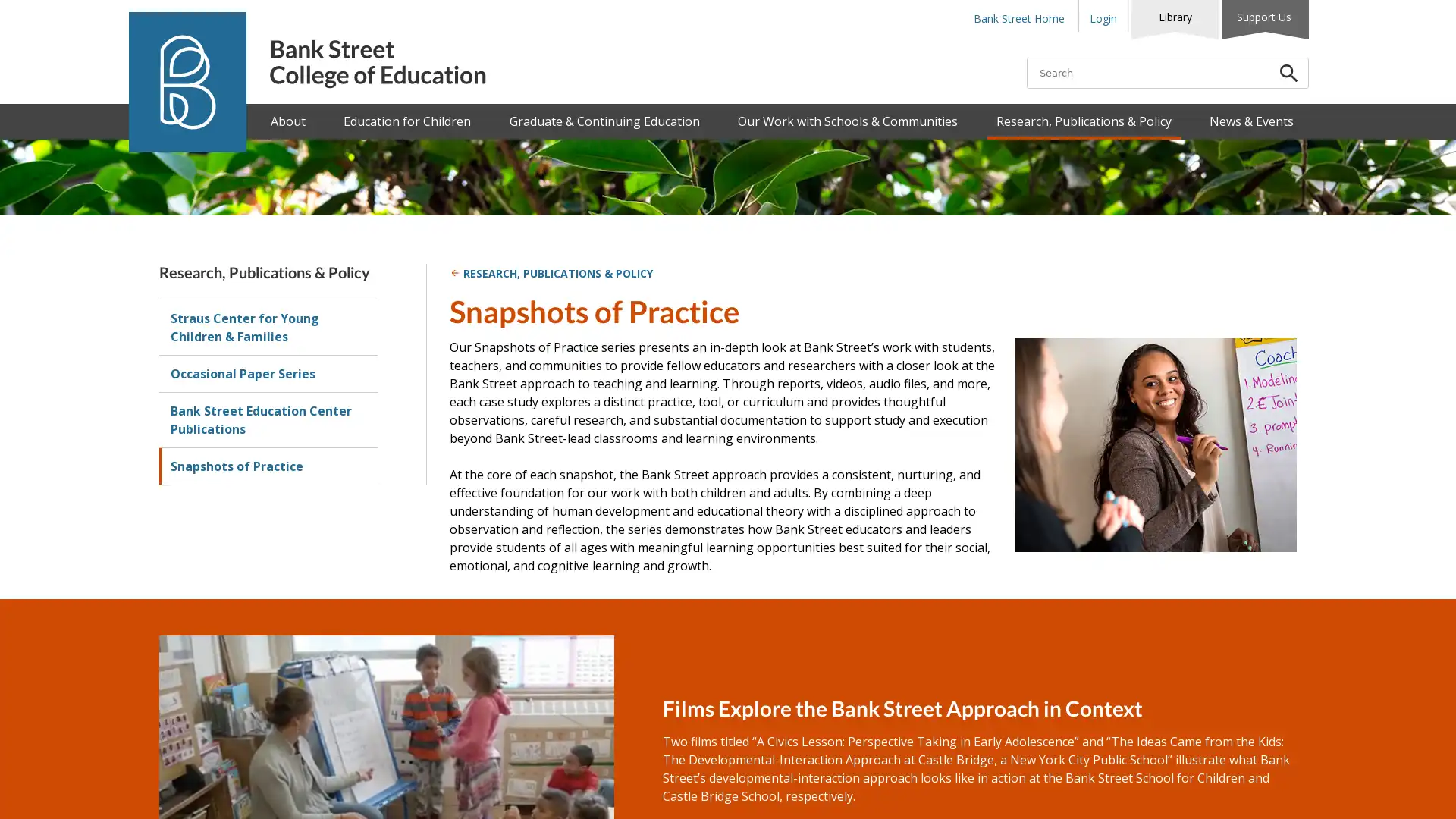  What do you see at coordinates (847, 121) in the screenshot?
I see `Our Work with Schools & Communities` at bounding box center [847, 121].